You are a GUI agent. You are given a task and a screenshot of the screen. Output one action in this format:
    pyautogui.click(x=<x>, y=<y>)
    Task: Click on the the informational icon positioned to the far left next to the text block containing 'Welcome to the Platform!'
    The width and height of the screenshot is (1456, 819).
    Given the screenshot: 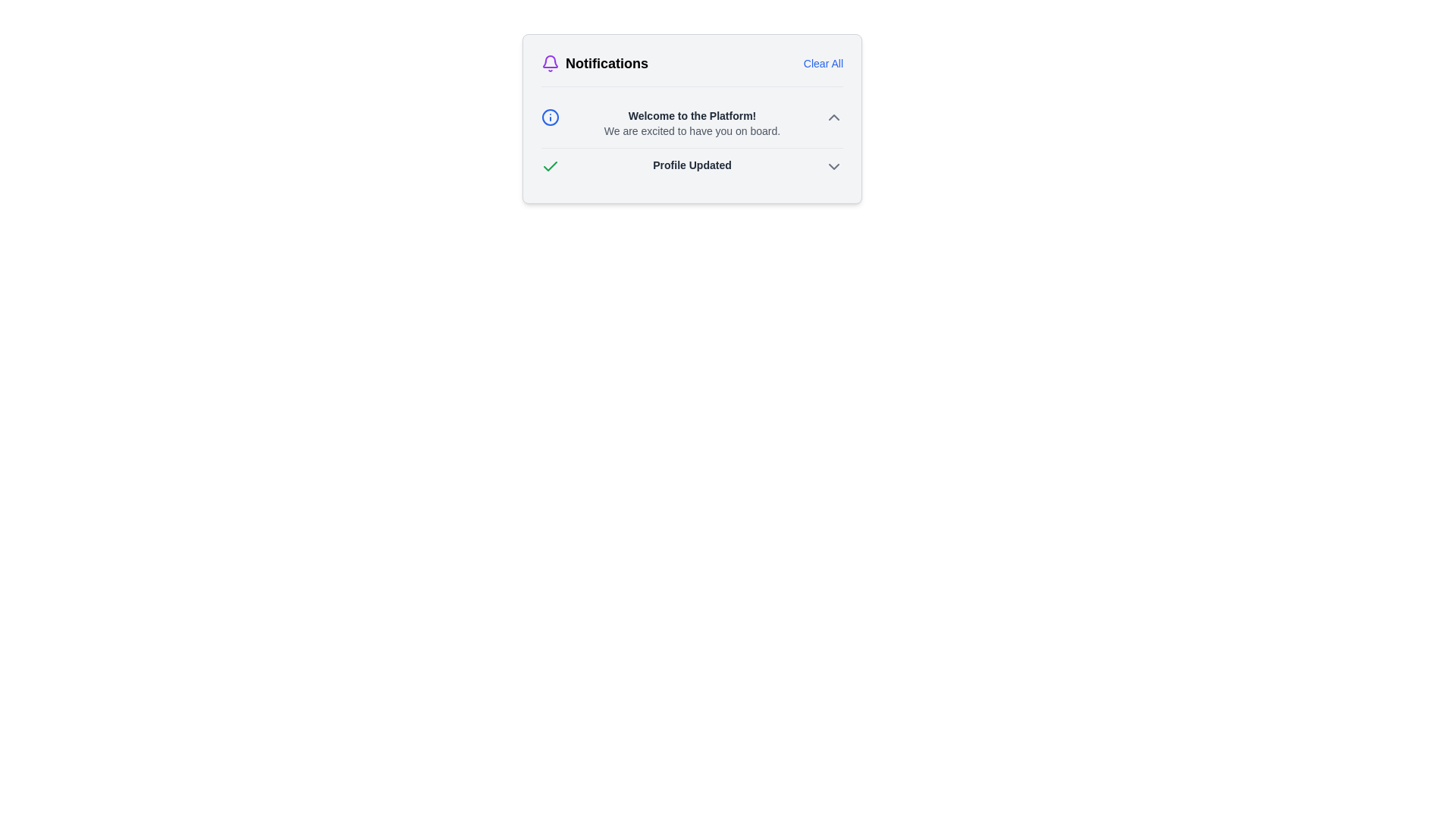 What is the action you would take?
    pyautogui.click(x=549, y=116)
    